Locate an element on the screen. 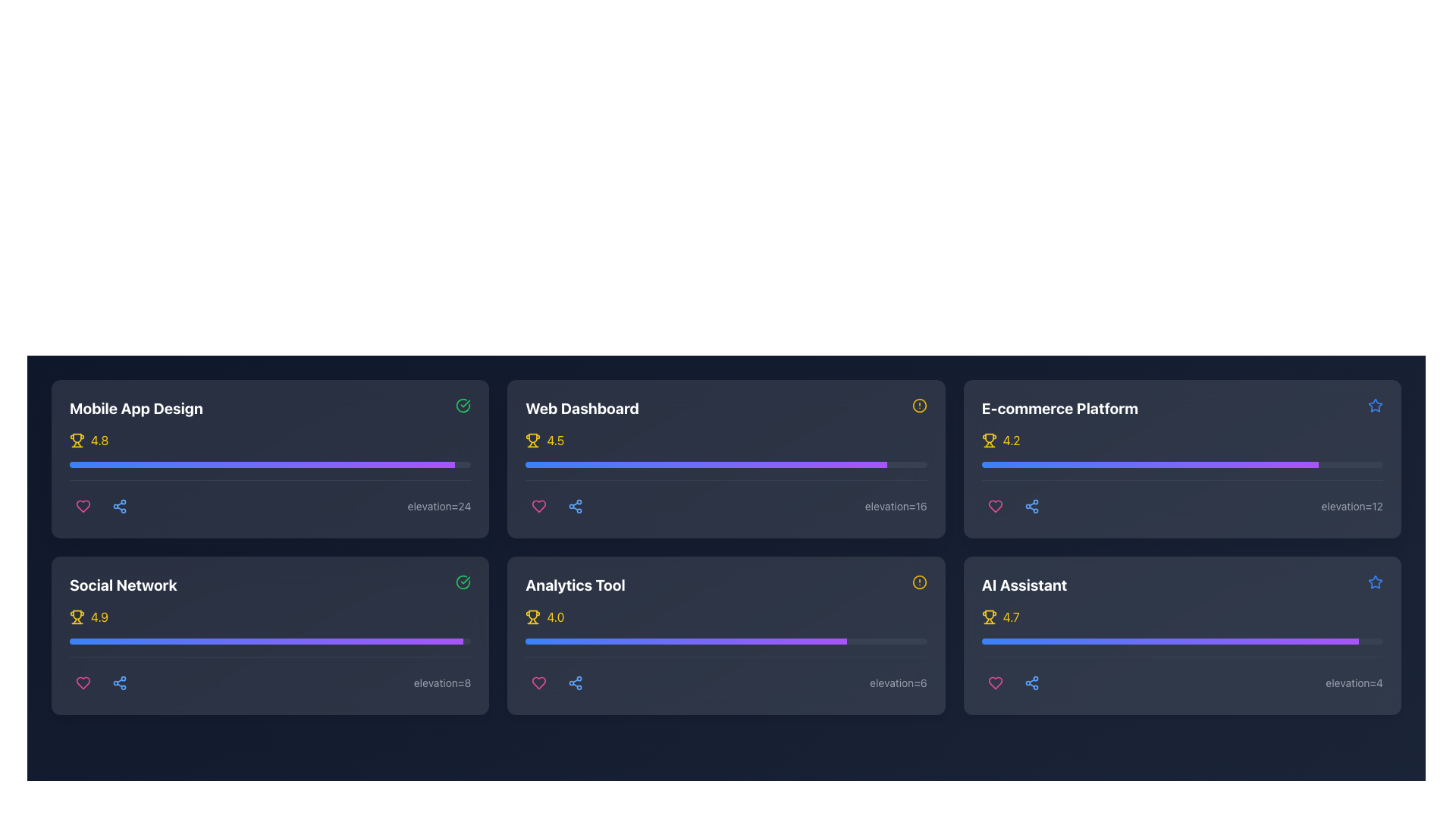  the circular icon with an inner checkmark in the top-right corner of the 'Mobile App Design' card is located at coordinates (463, 405).